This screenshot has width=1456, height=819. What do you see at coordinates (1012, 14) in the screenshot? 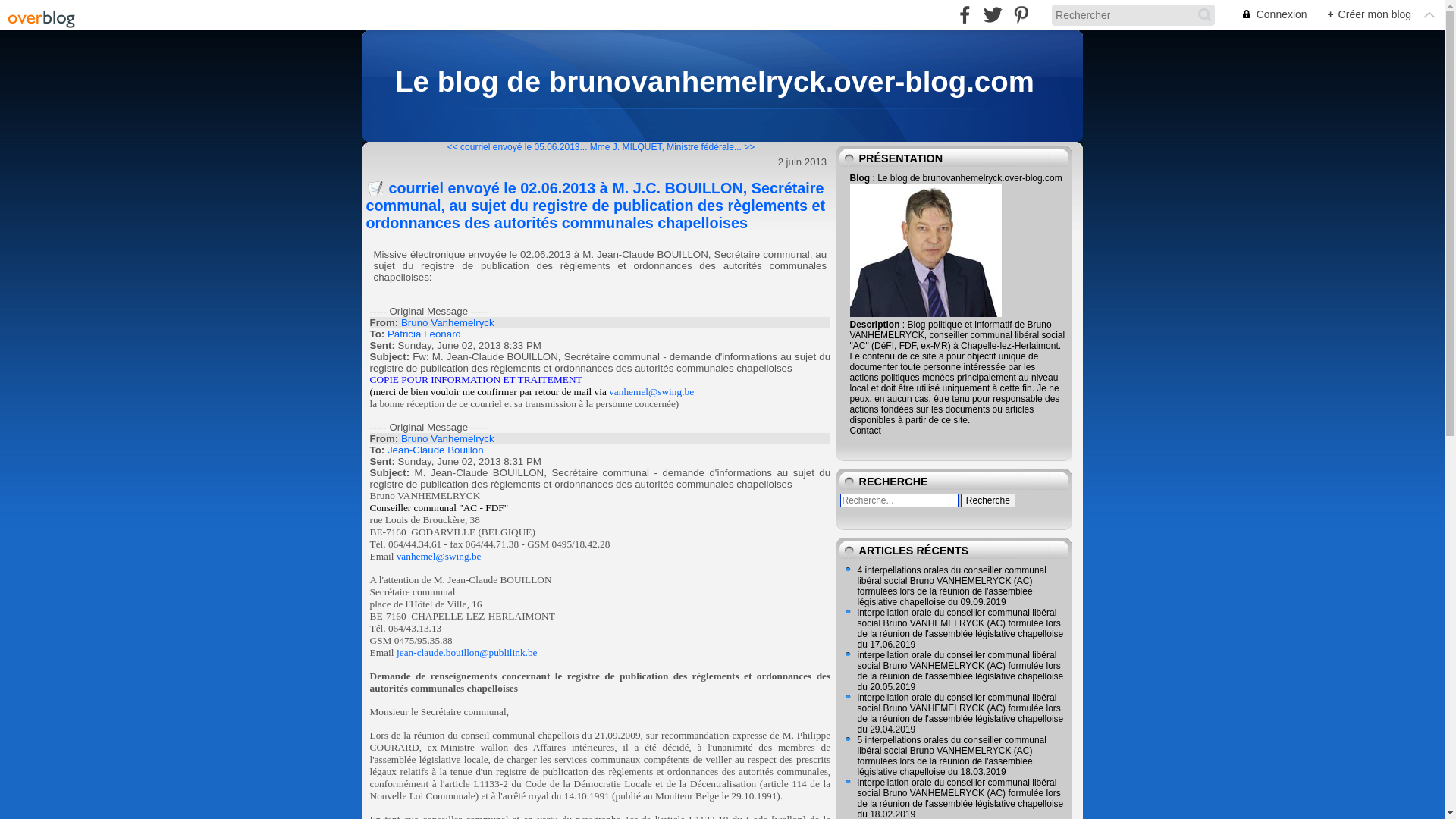
I see `' pinterest'` at bounding box center [1012, 14].